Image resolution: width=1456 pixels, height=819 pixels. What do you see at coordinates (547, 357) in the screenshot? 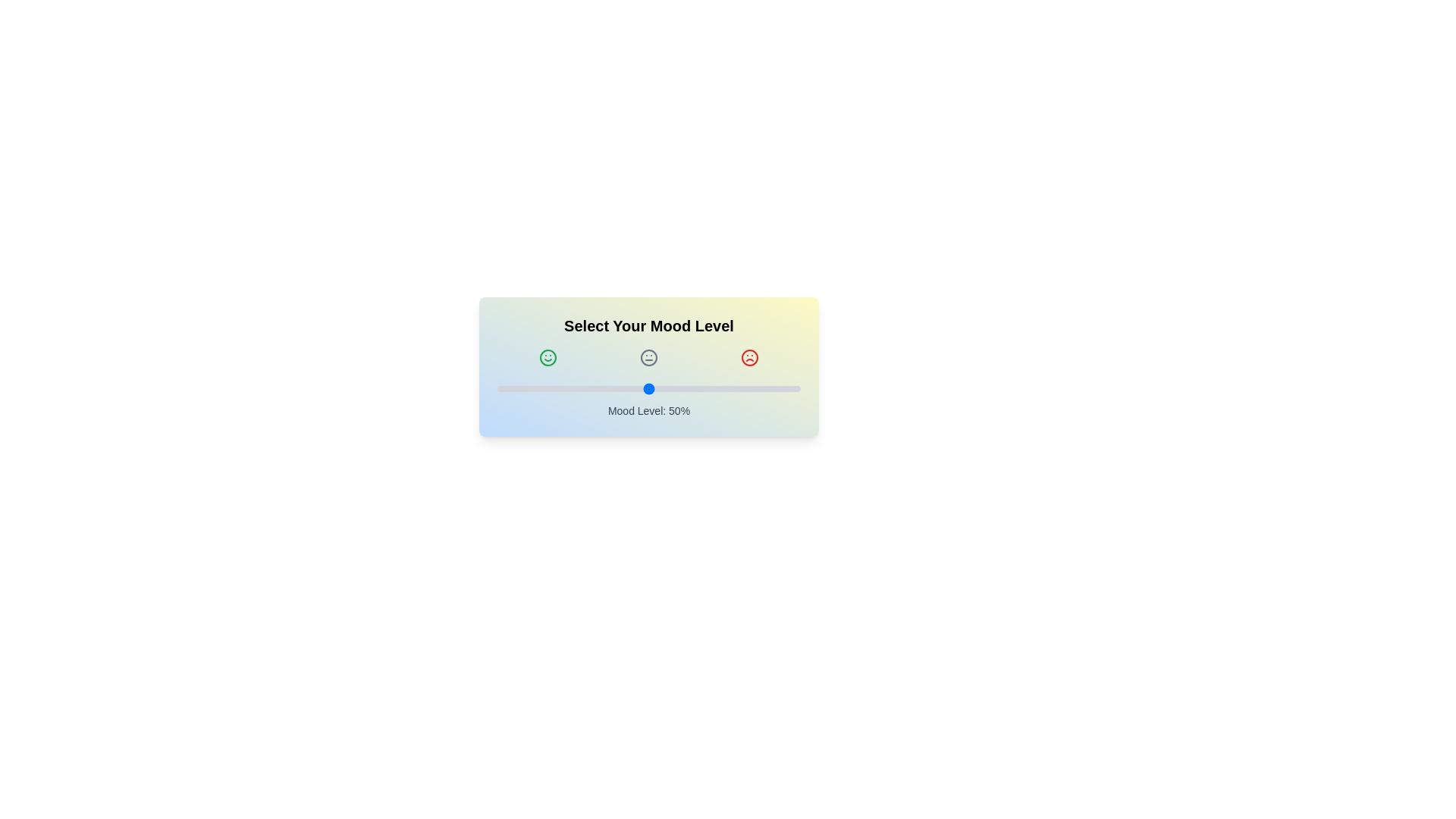
I see `decorative circle element within the smiley face icon, which is part of the SVG graphic located in the first icon of the mood indicators row under the 'Select Your Mood Level' panel` at bounding box center [547, 357].